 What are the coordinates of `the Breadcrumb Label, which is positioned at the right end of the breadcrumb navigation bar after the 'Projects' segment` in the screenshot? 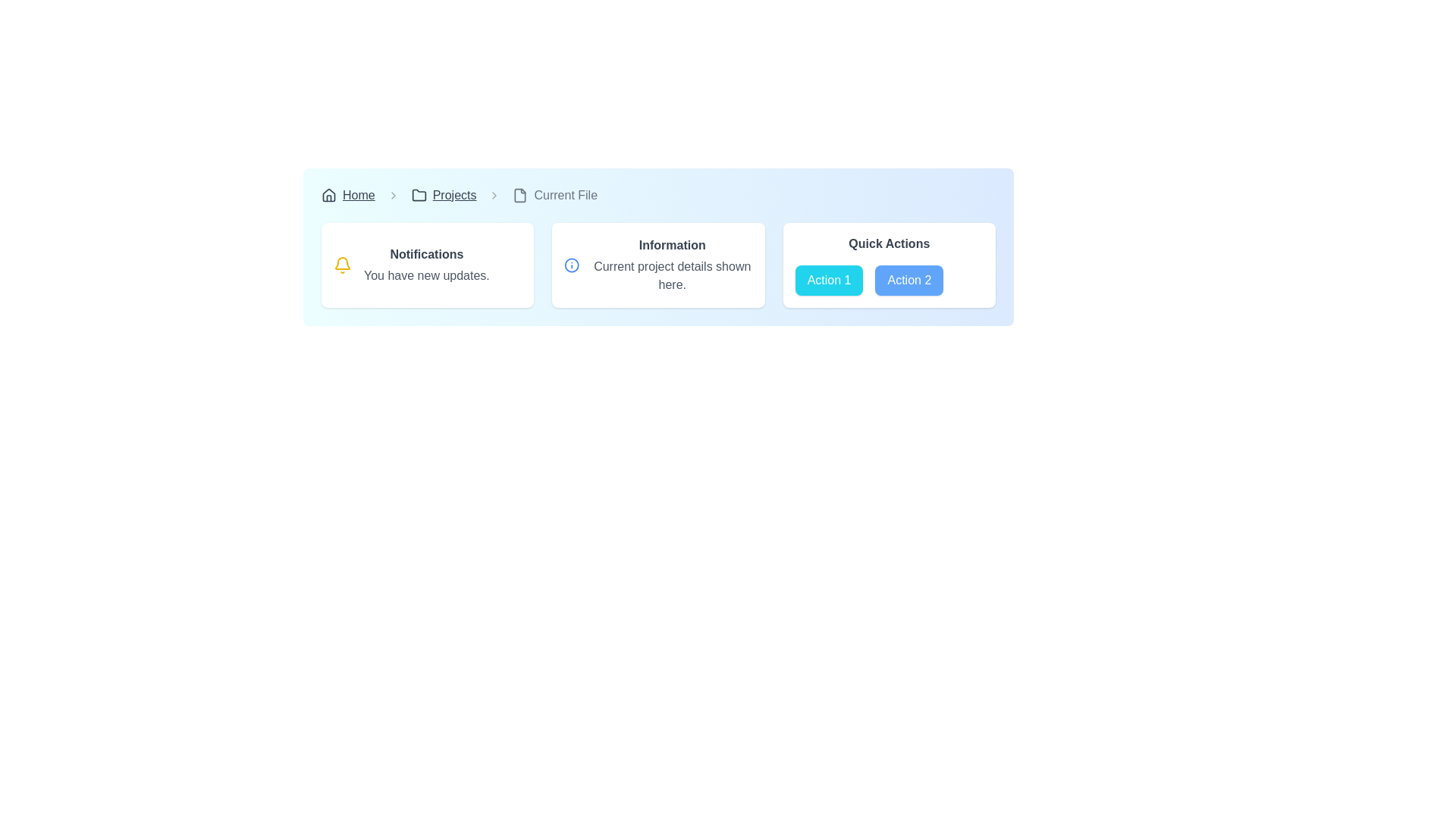 It's located at (565, 195).